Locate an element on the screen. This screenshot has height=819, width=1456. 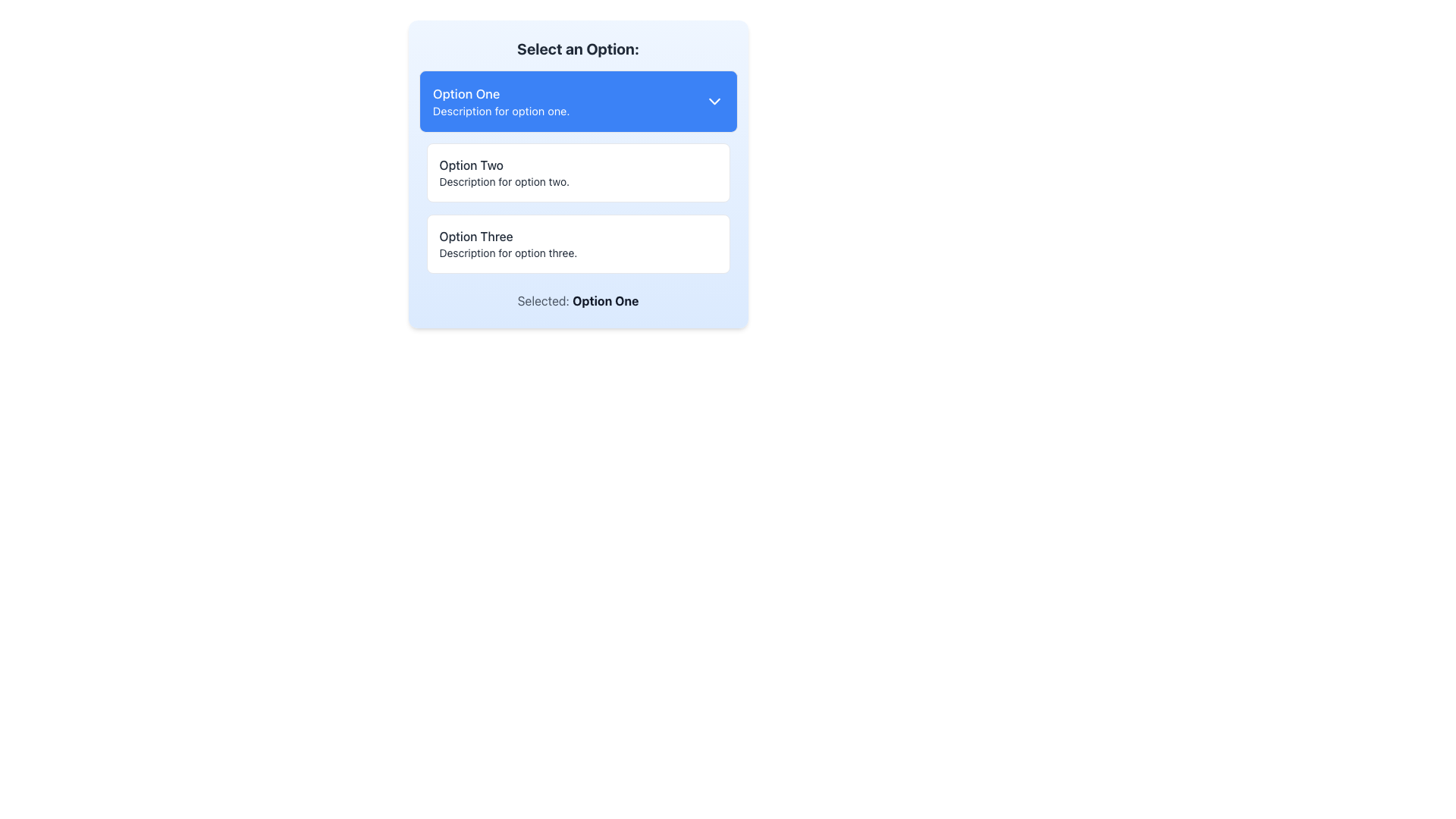
the button labeled 'Option Three' is located at coordinates (577, 243).